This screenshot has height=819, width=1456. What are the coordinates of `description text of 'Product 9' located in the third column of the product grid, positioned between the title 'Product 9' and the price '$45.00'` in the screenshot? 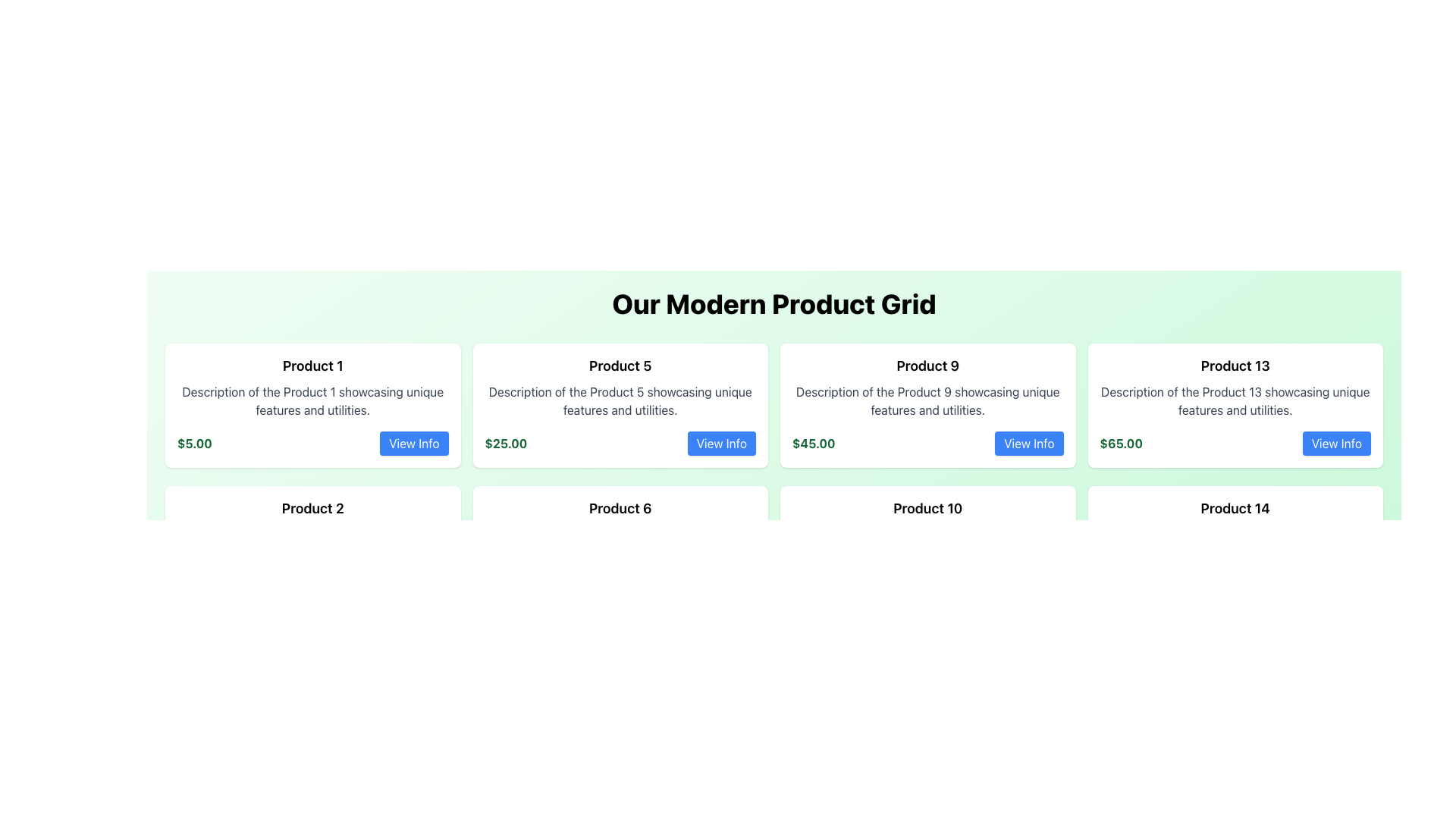 It's located at (927, 400).